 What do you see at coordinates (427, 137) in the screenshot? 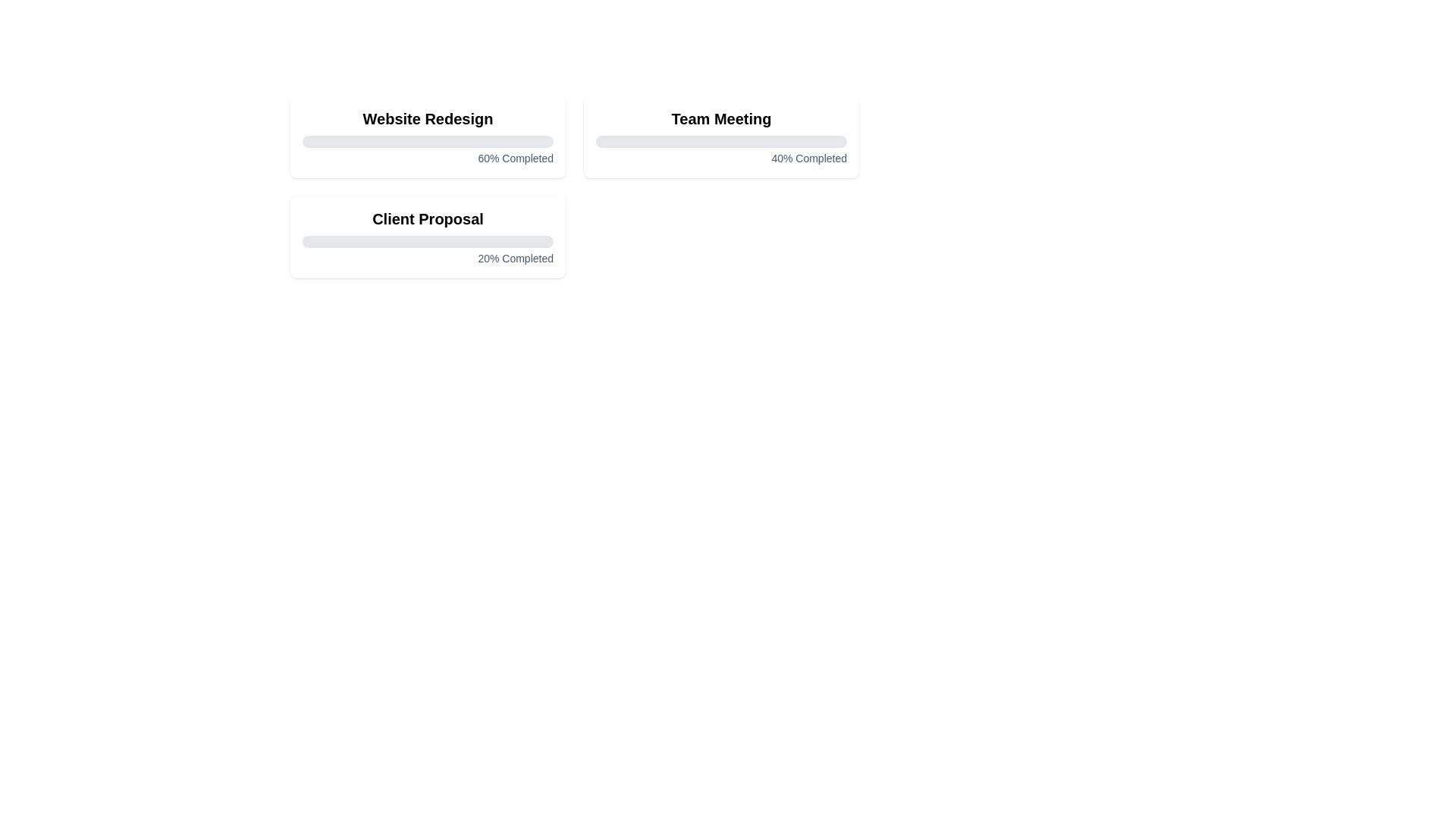
I see `the task card labeled 'Website Redesign'` at bounding box center [427, 137].